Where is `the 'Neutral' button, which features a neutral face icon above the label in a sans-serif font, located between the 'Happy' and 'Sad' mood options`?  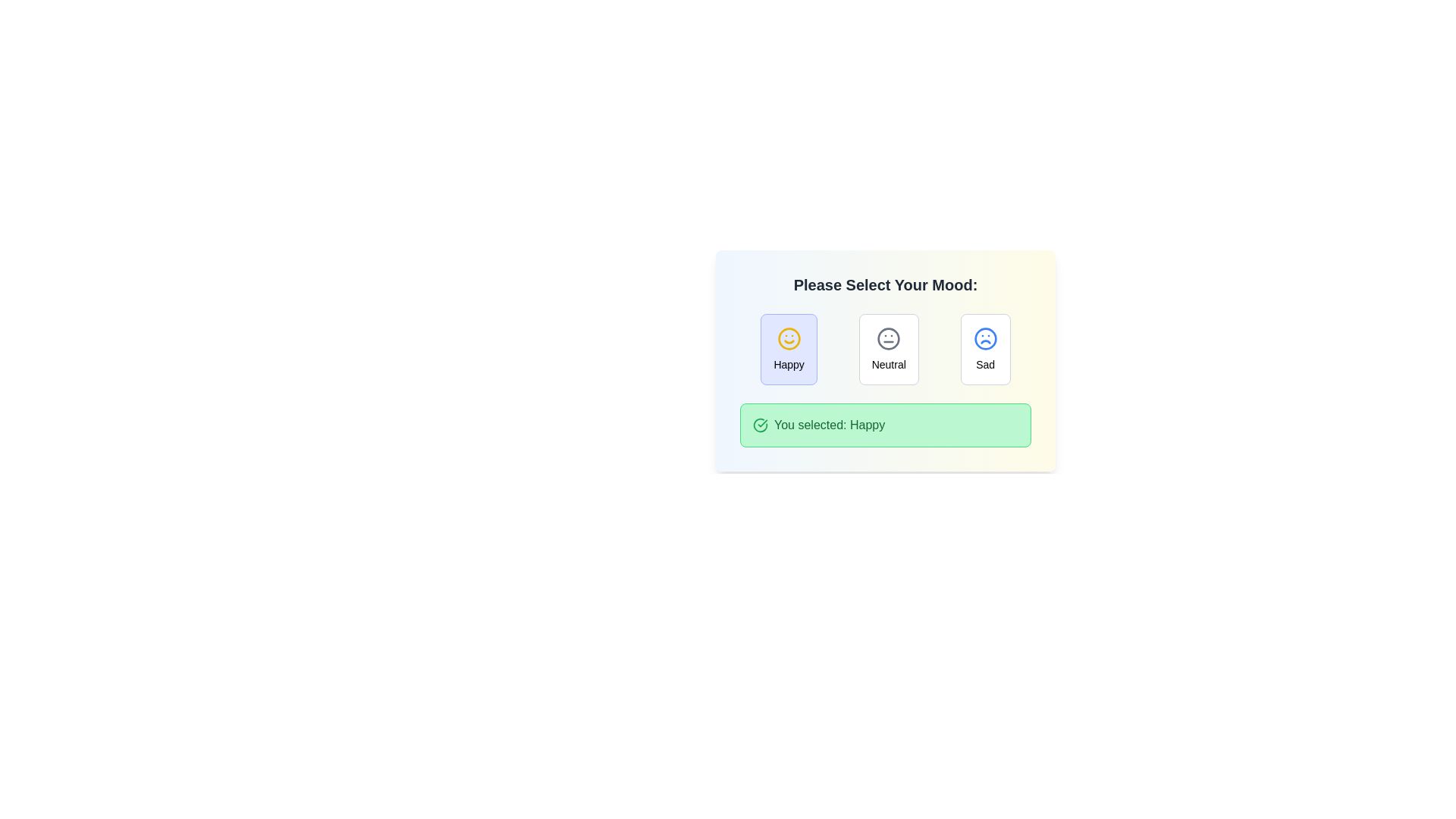 the 'Neutral' button, which features a neutral face icon above the label in a sans-serif font, located between the 'Happy' and 'Sad' mood options is located at coordinates (889, 350).